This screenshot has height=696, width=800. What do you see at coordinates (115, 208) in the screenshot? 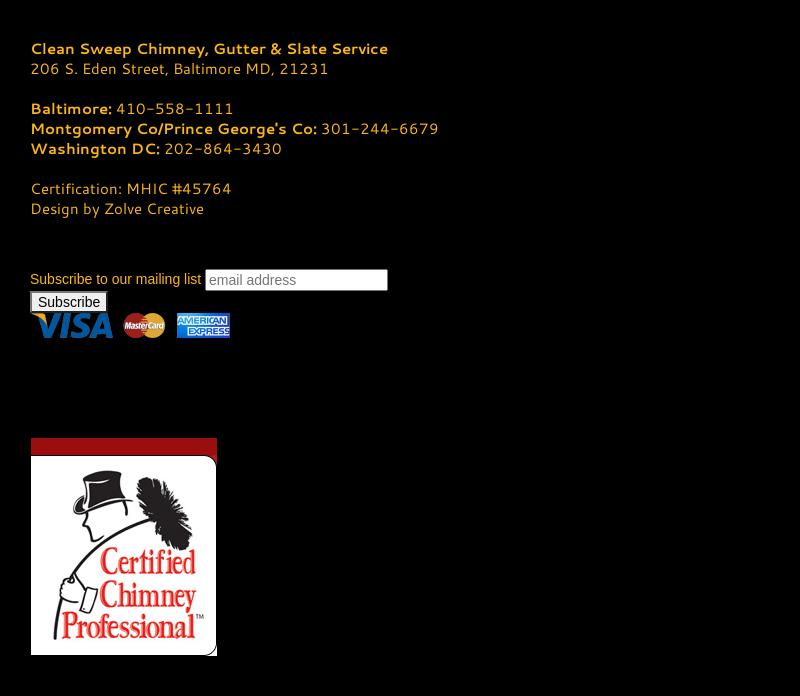
I see `'Design by Zolve Creative'` at bounding box center [115, 208].